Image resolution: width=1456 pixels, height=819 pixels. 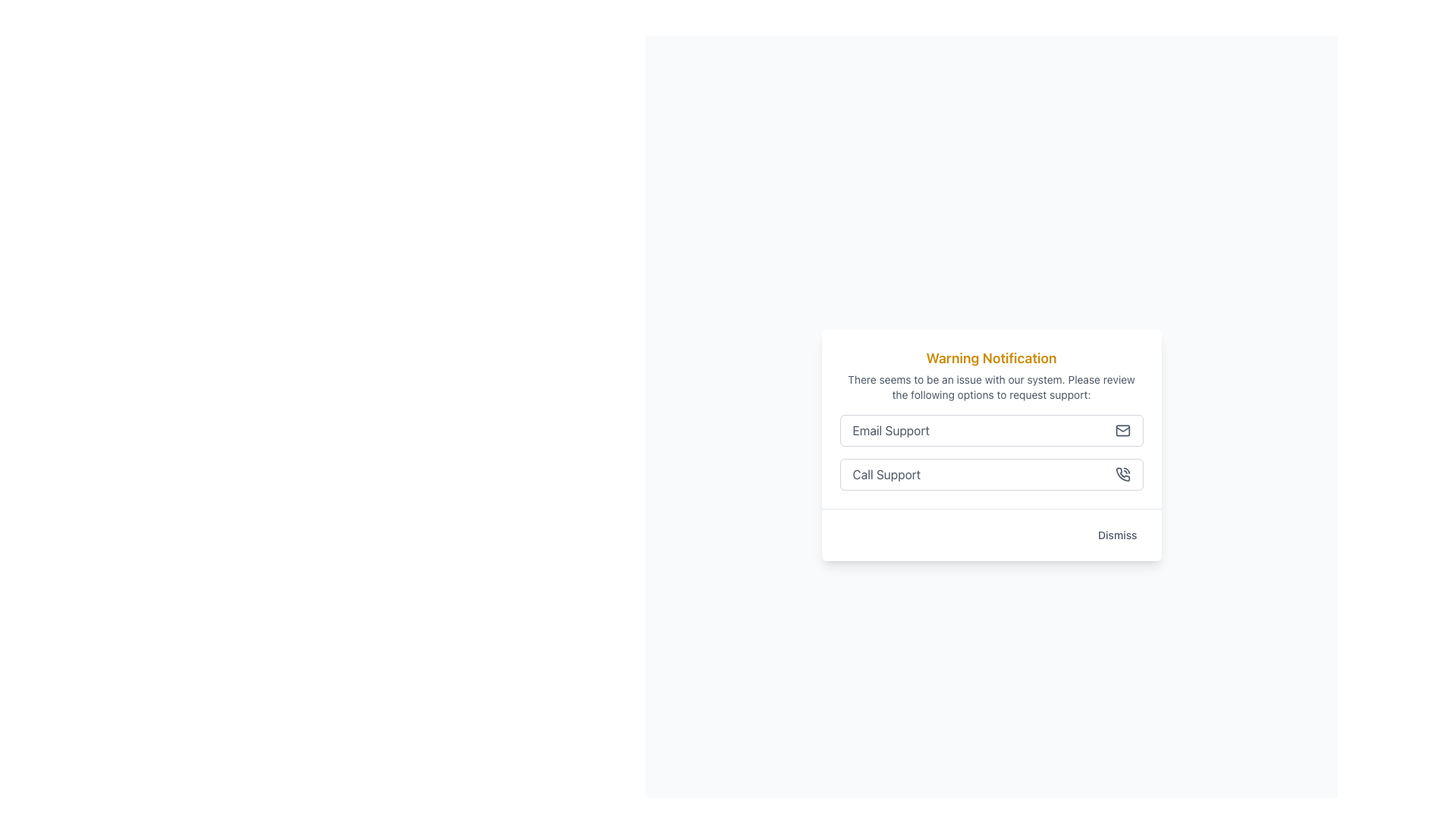 What do you see at coordinates (886, 473) in the screenshot?
I see `the 'Call Support' text label, which is styled in dark gray and part of a notification card displaying support options, positioned beneath the 'Email Support' option and to the left of a phone icon` at bounding box center [886, 473].